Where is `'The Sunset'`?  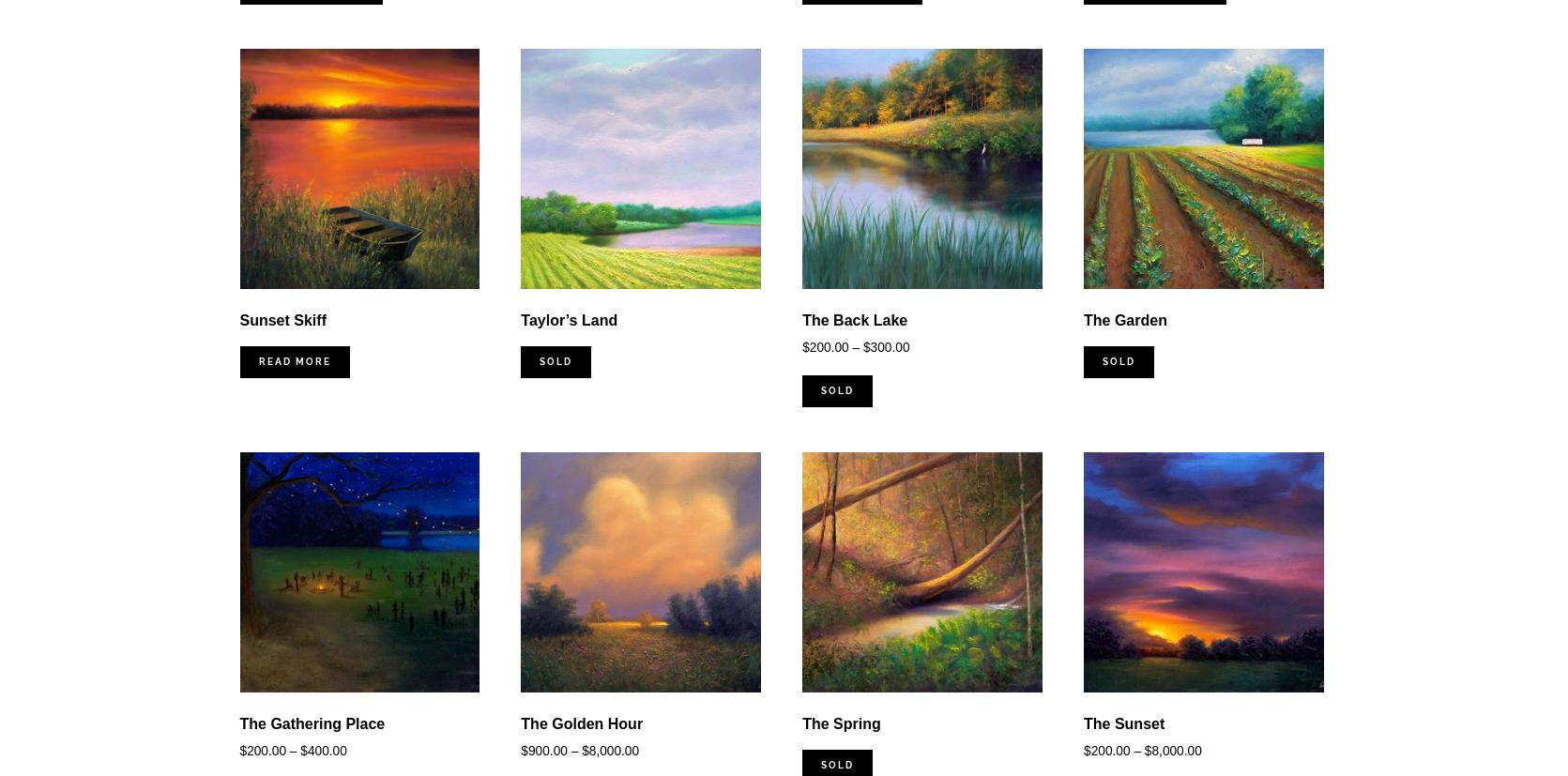 'The Sunset' is located at coordinates (1123, 723).